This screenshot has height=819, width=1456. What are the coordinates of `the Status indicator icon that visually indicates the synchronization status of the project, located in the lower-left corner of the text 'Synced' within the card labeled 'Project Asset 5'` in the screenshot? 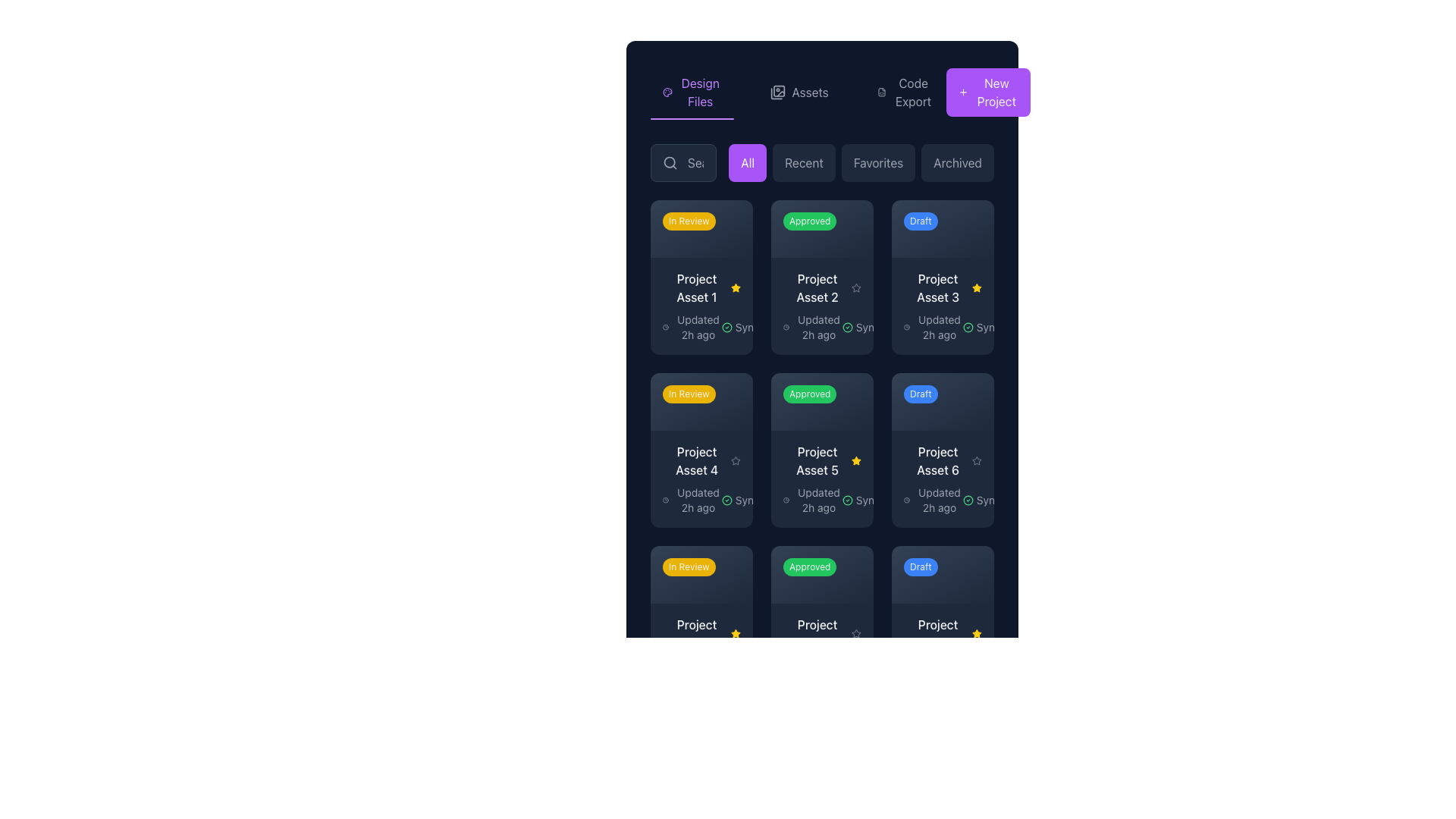 It's located at (846, 500).